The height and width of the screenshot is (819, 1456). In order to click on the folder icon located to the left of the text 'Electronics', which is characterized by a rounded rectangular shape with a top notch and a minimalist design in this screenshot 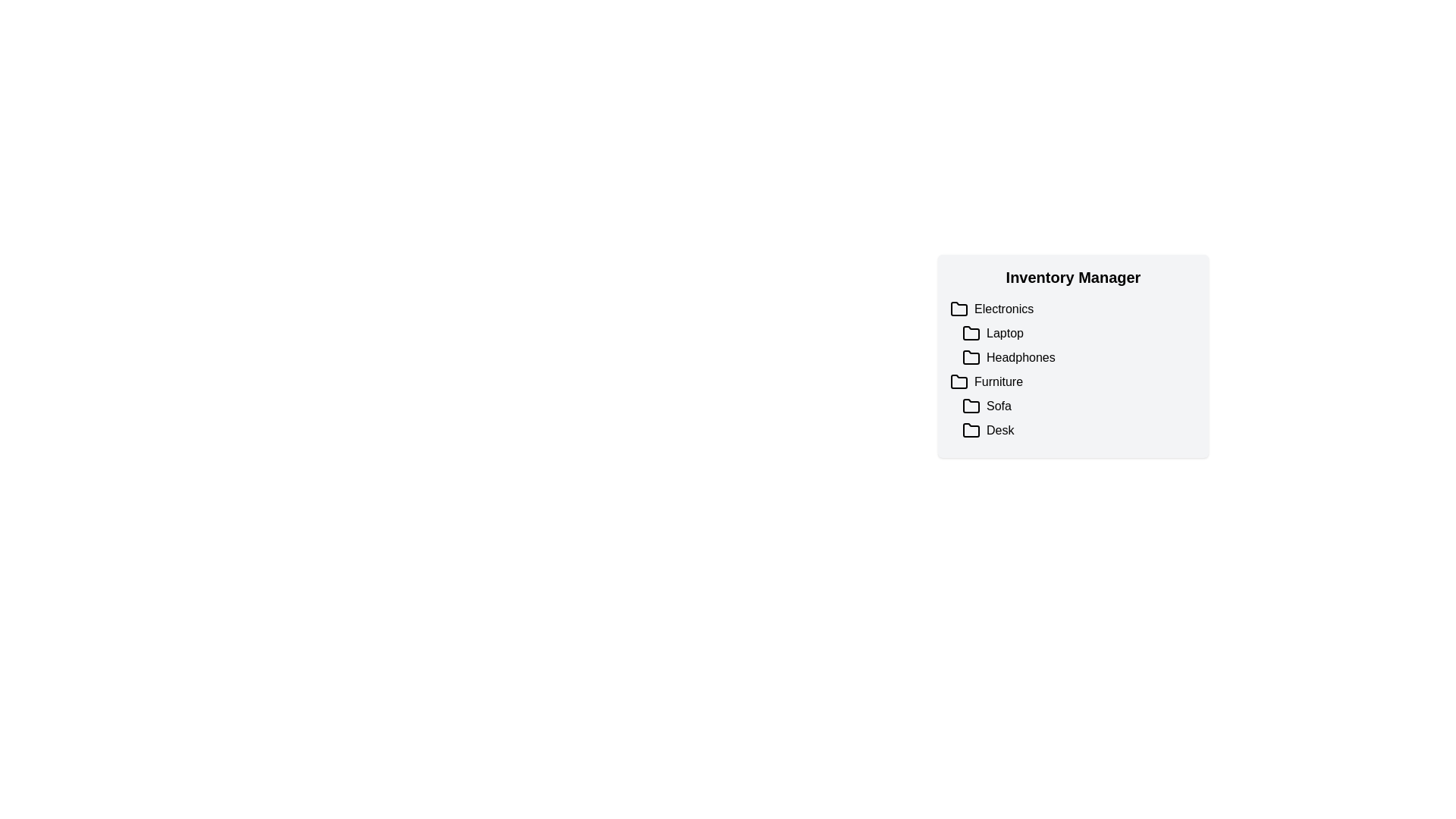, I will do `click(959, 309)`.